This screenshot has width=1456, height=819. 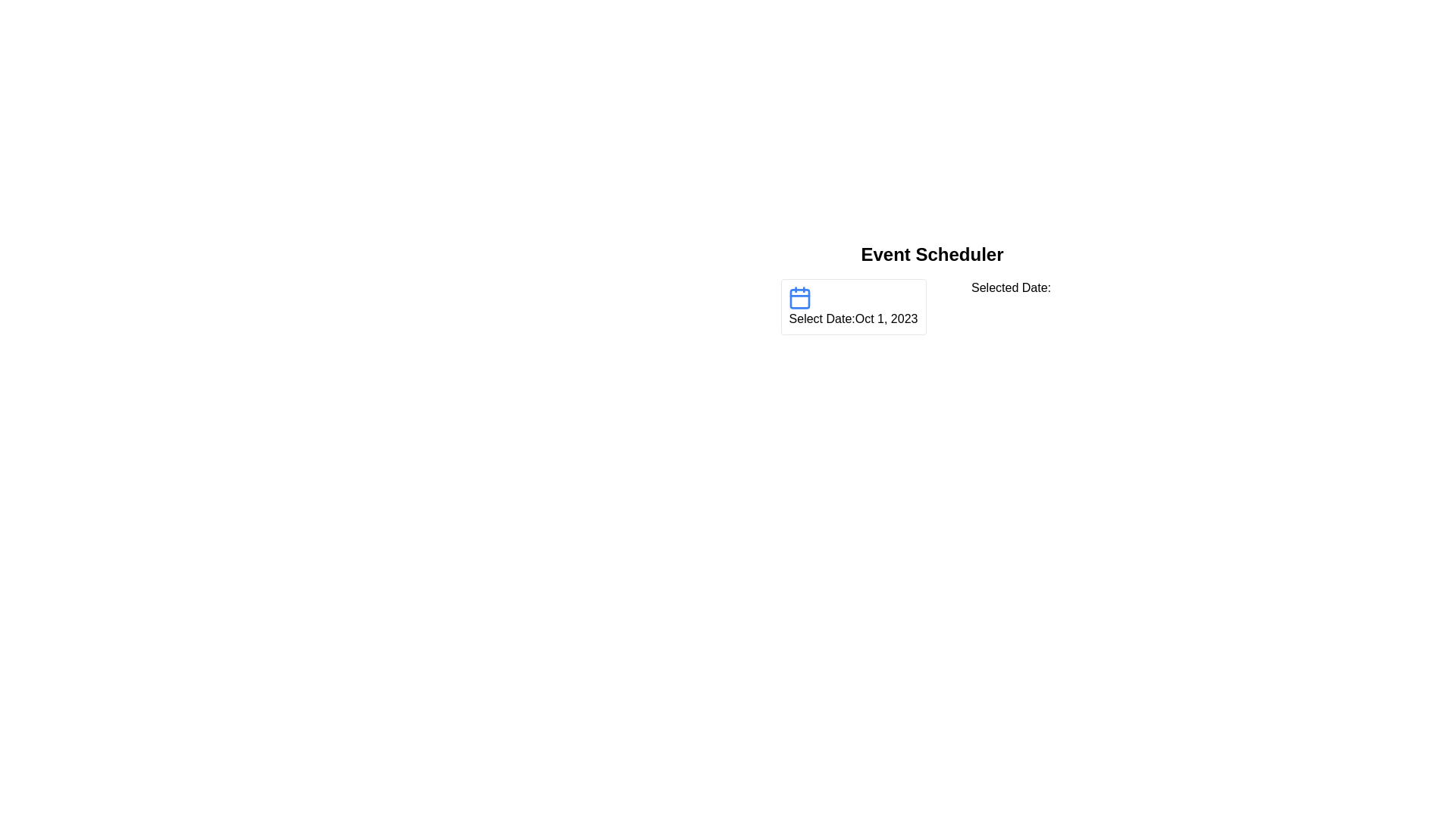 I want to click on the selected date value displayed in the date selector UI component, positioned to the right of the text 'Select Date:', for possible interactions, so click(x=886, y=318).